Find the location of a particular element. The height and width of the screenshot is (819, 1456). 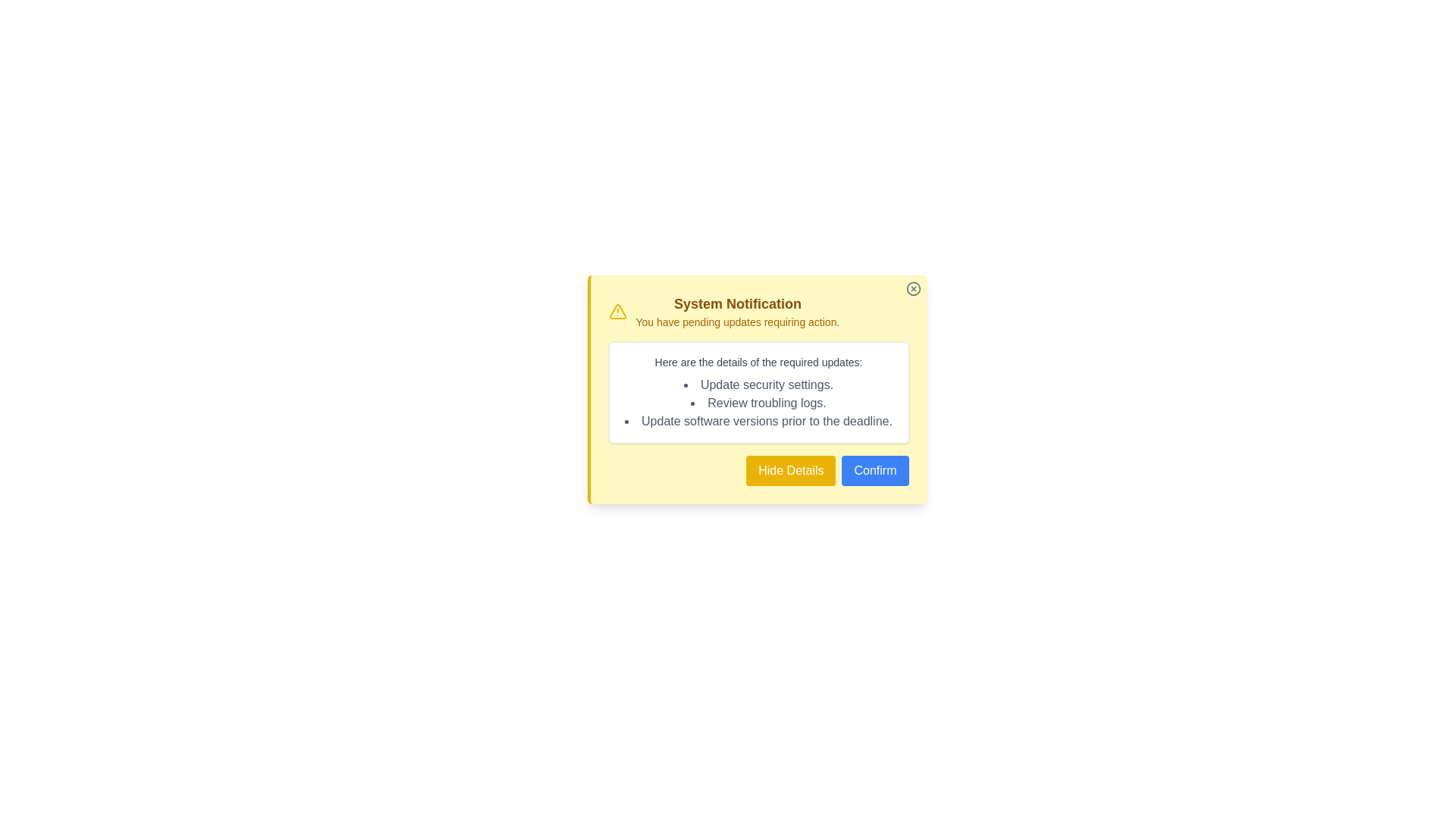

'Confirm' button to acknowledge the notification is located at coordinates (875, 470).